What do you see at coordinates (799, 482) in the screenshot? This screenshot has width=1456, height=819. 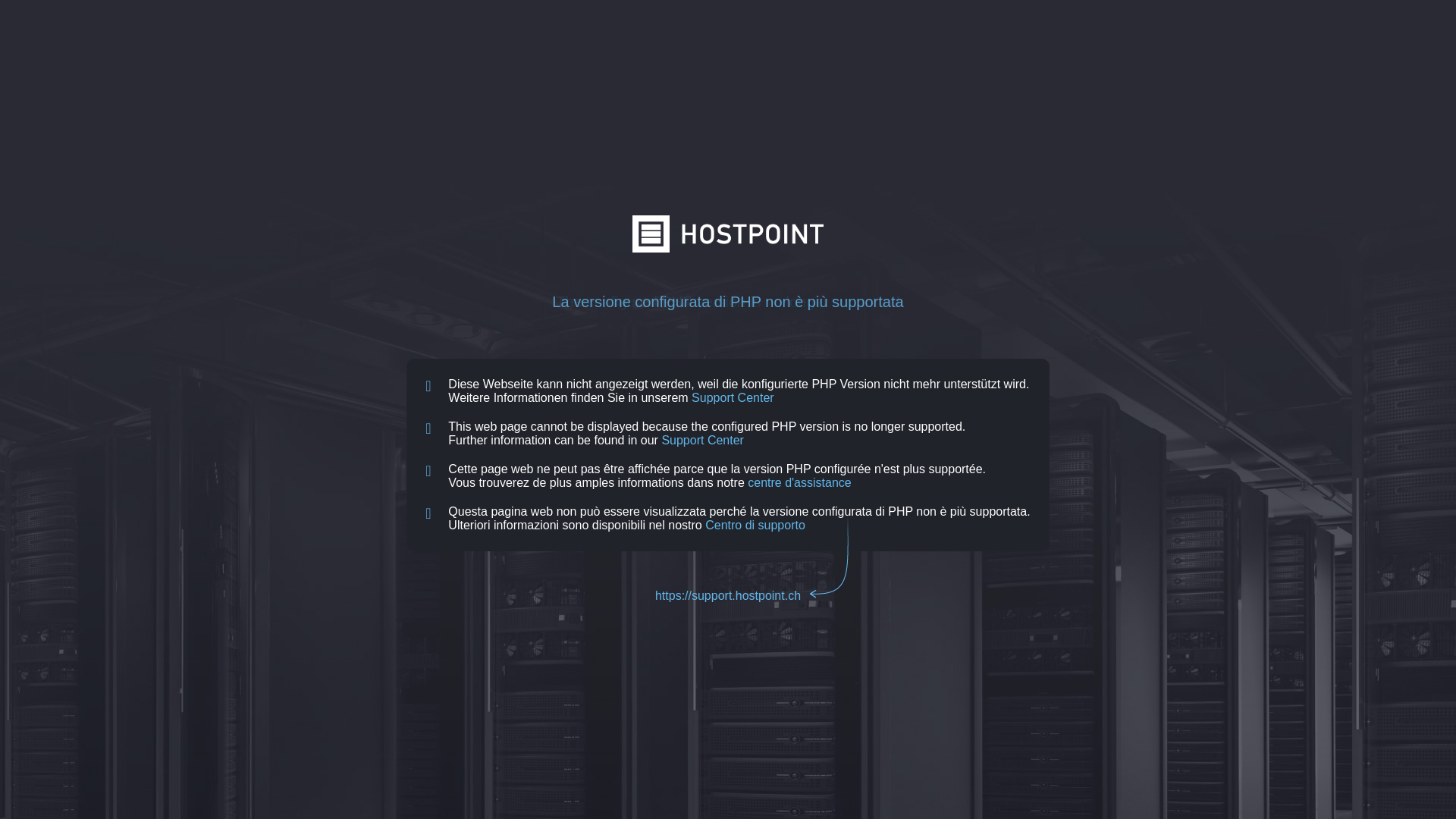 I see `'centre d'assistance'` at bounding box center [799, 482].